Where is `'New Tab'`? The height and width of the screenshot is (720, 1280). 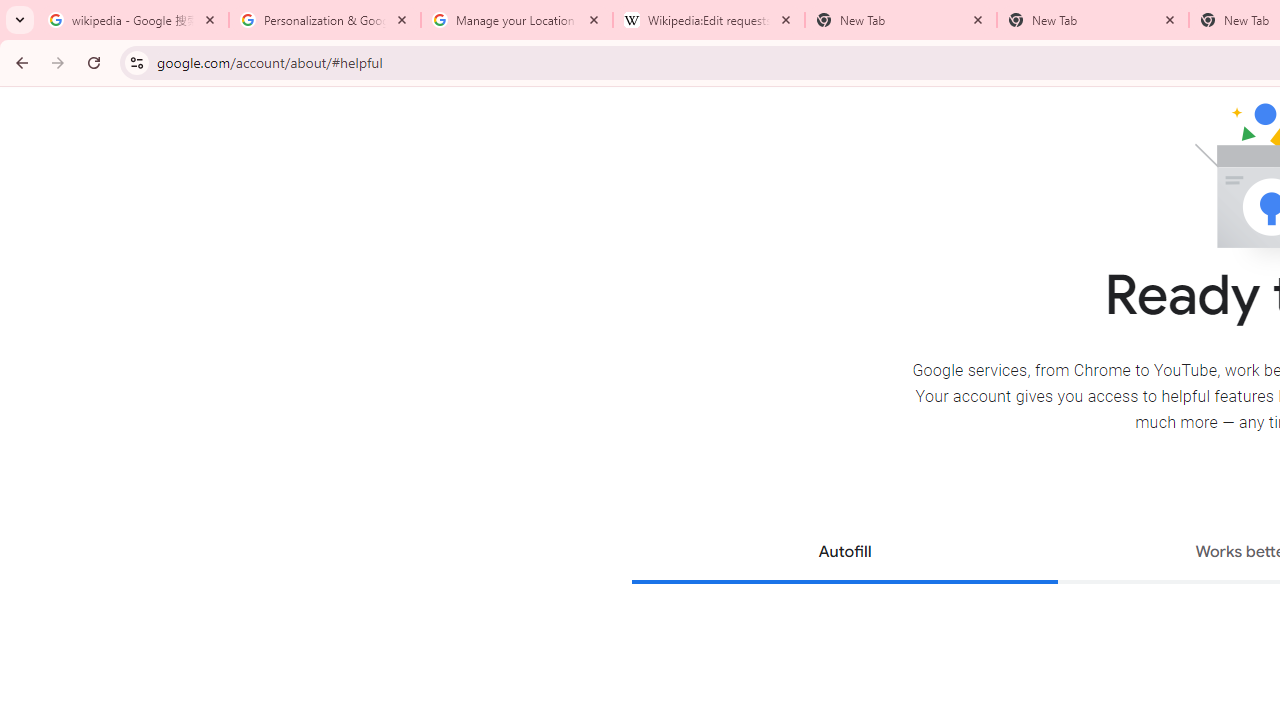 'New Tab' is located at coordinates (1092, 20).